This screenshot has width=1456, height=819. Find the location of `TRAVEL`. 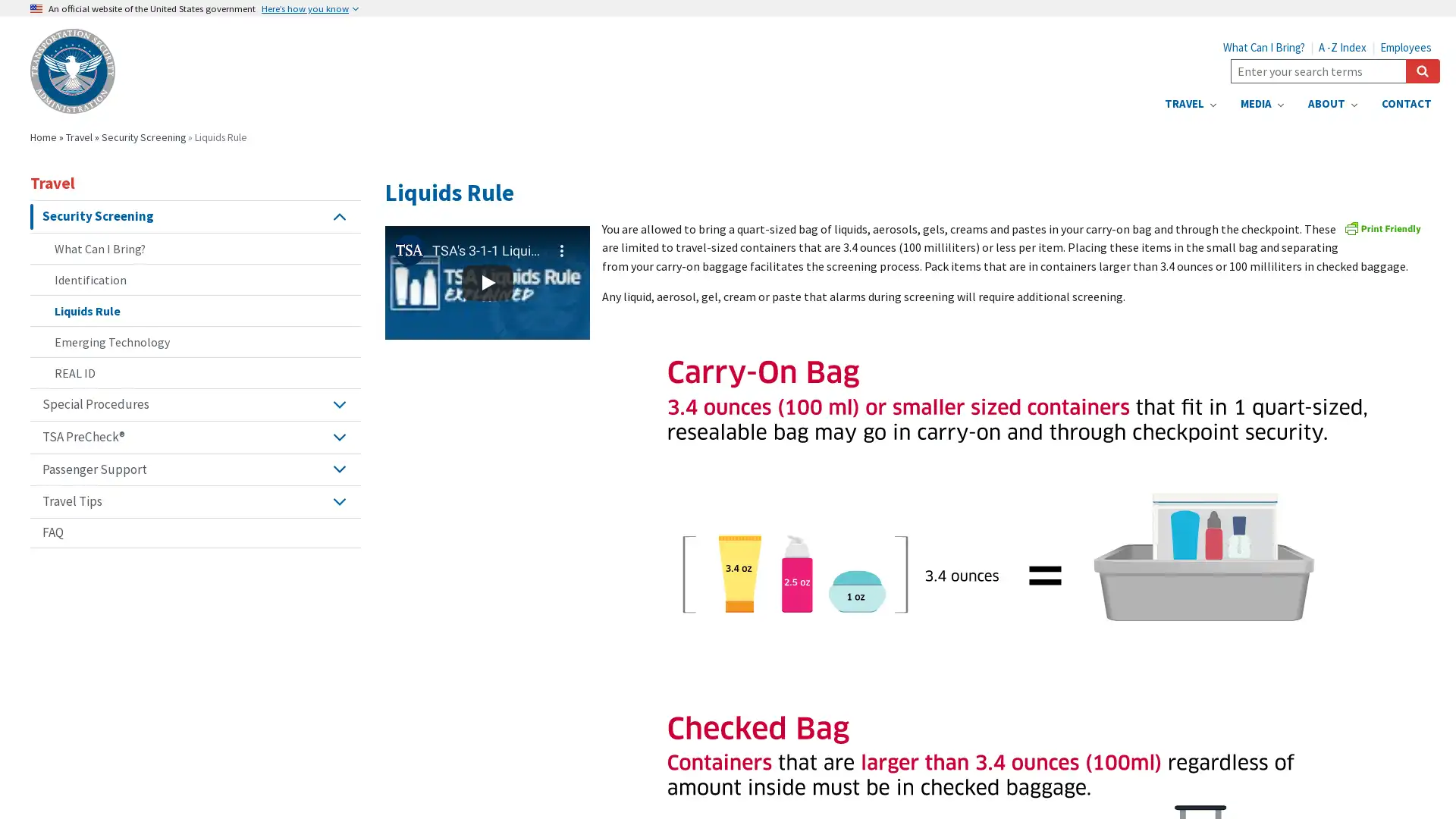

TRAVEL is located at coordinates (1189, 103).